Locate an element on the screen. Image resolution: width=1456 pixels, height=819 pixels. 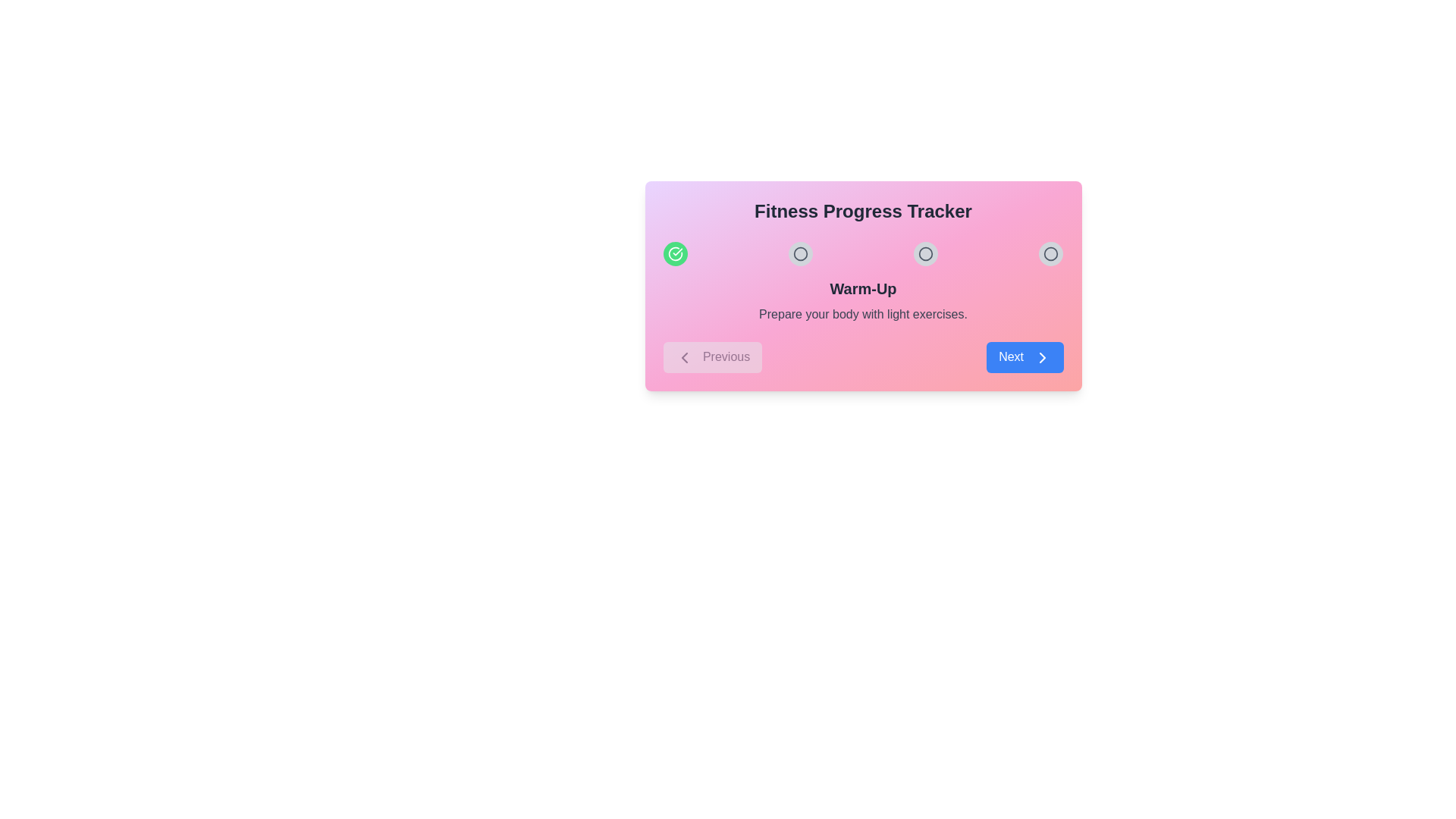
the navigation button located at the bottom-right corner of its containing card to proceed to the next step in the workflow is located at coordinates (1025, 357).